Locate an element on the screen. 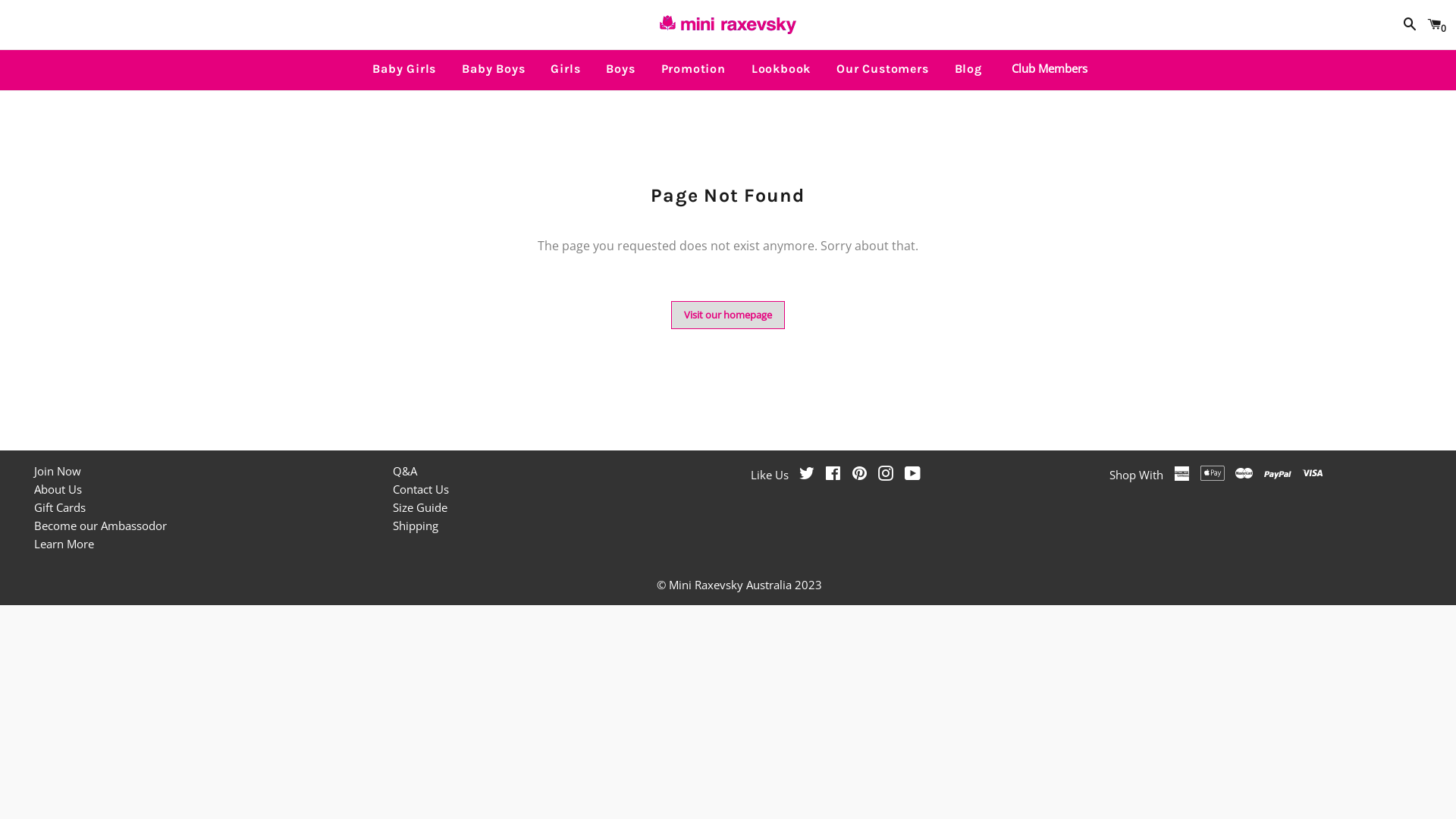 This screenshot has height=819, width=1456. 'Gift Cards' is located at coordinates (59, 507).